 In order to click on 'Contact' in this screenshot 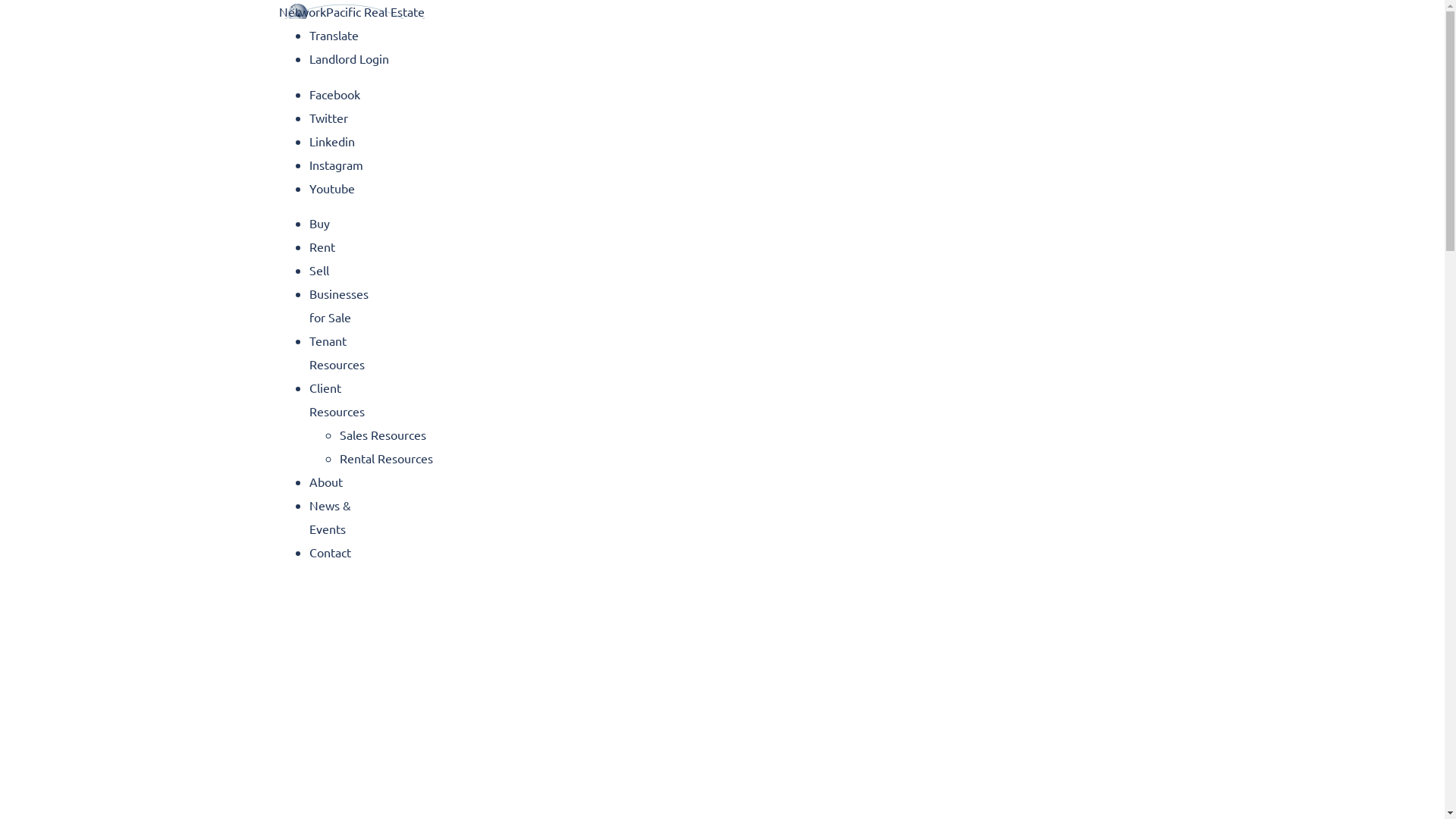, I will do `click(329, 552)`.